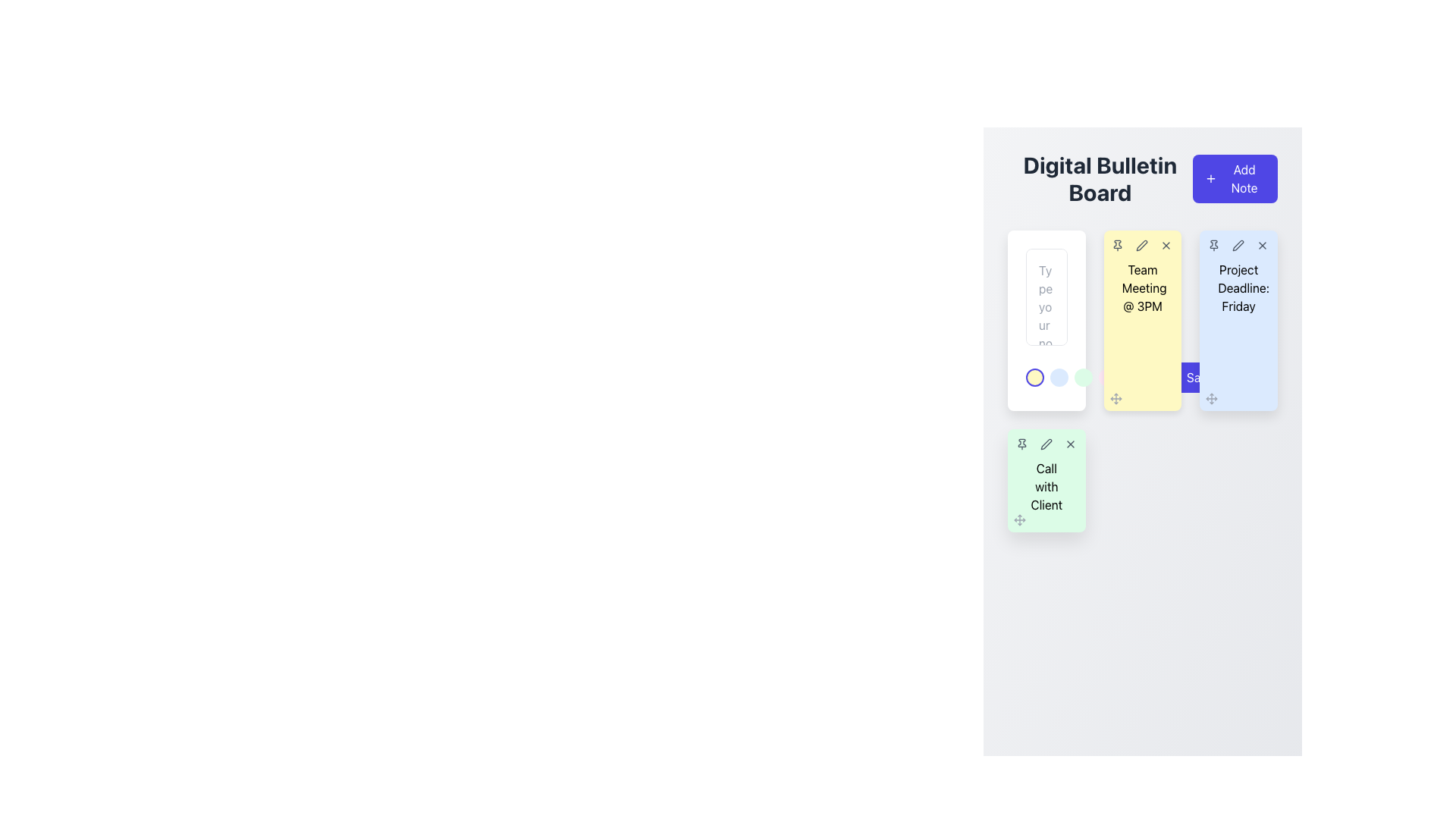 Image resolution: width=1456 pixels, height=819 pixels. I want to click on the action icon for editing the note titled 'Project Deadline: Friday' located at the top right corner of the note, immediately to the left of the close (X) button, so click(1238, 245).